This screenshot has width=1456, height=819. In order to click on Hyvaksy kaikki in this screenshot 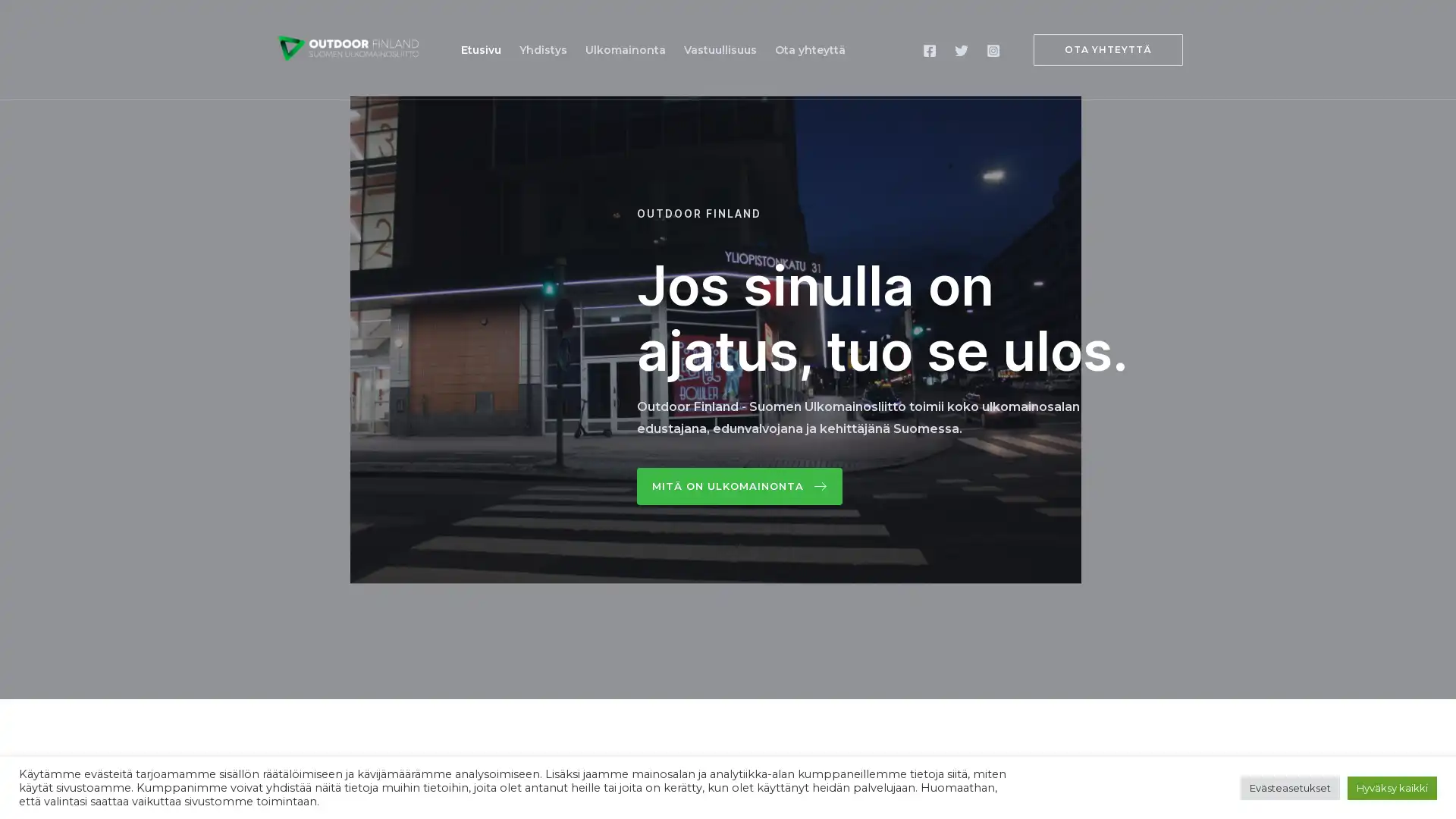, I will do `click(1392, 786)`.